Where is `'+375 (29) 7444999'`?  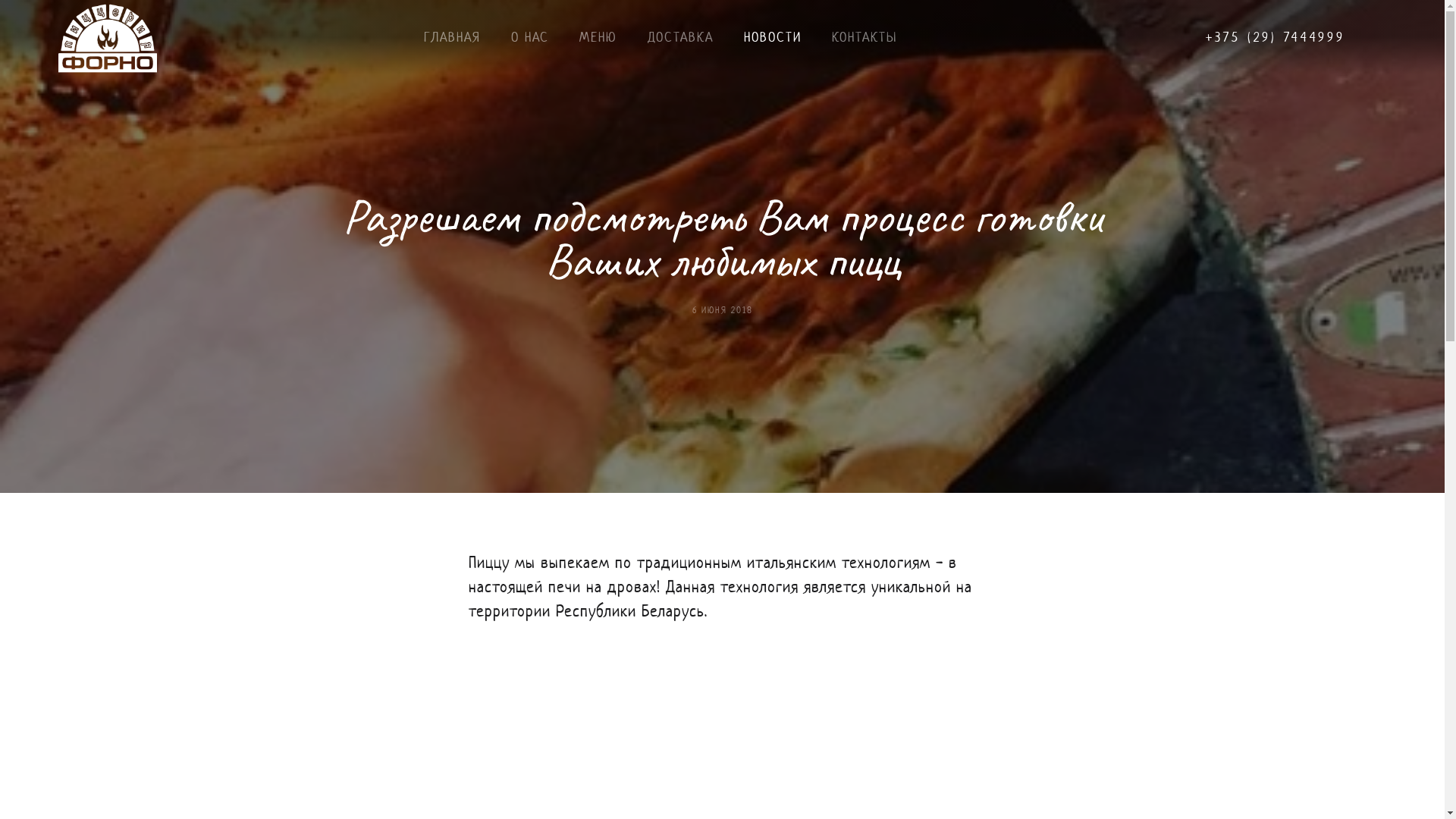 '+375 (29) 7444999' is located at coordinates (1274, 36).